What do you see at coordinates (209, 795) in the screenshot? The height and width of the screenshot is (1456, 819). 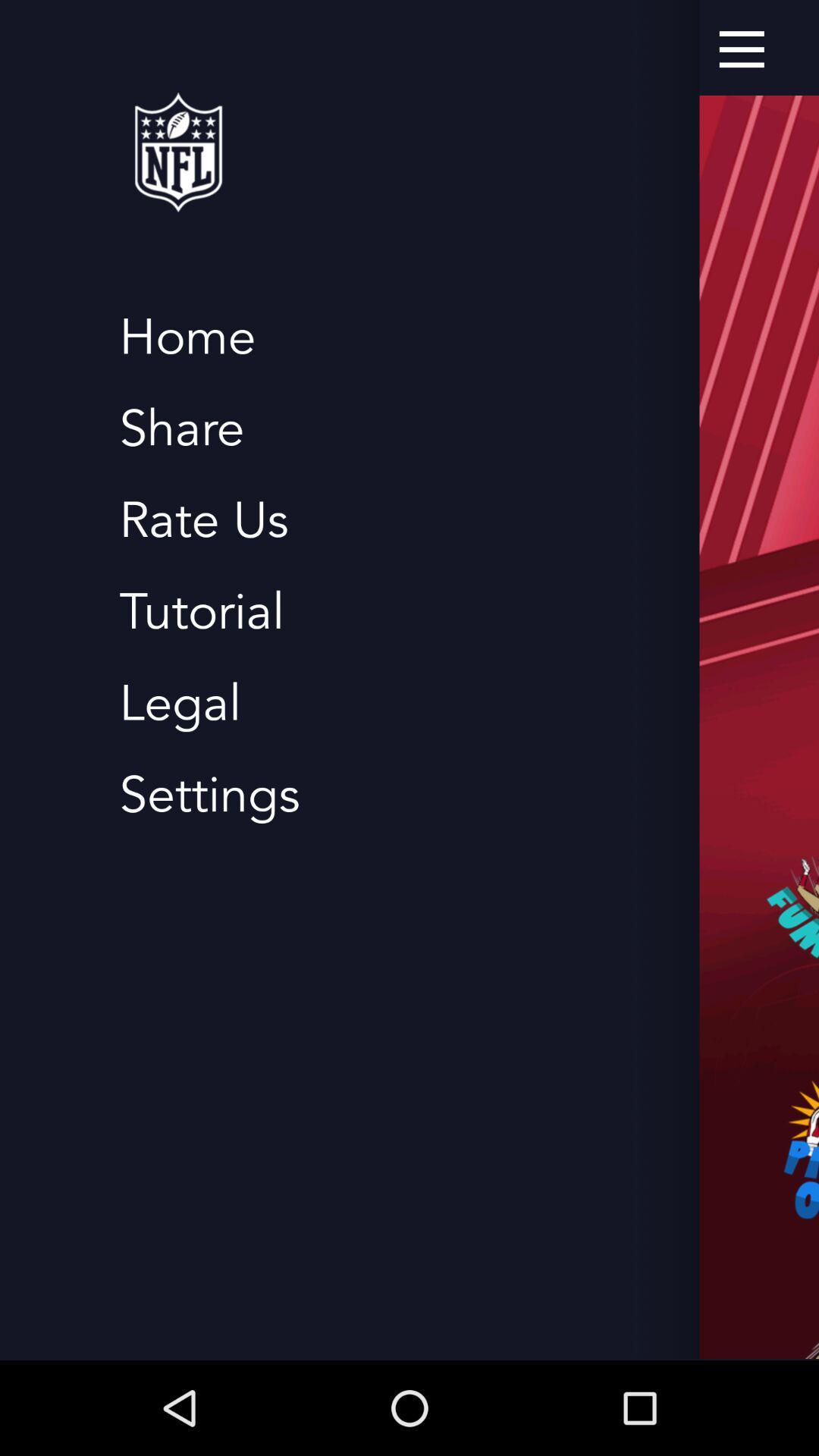 I see `item below legal icon` at bounding box center [209, 795].